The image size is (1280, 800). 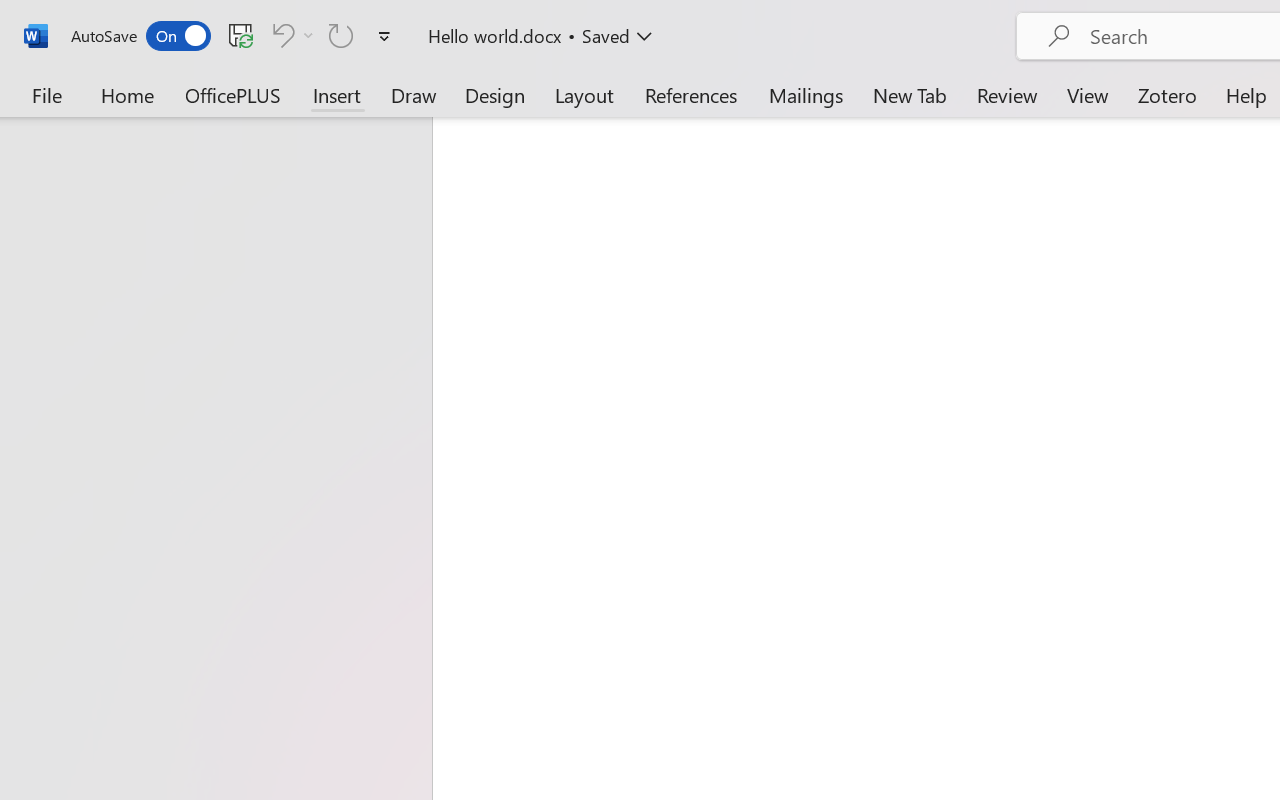 What do you see at coordinates (583, 94) in the screenshot?
I see `'Layout'` at bounding box center [583, 94].